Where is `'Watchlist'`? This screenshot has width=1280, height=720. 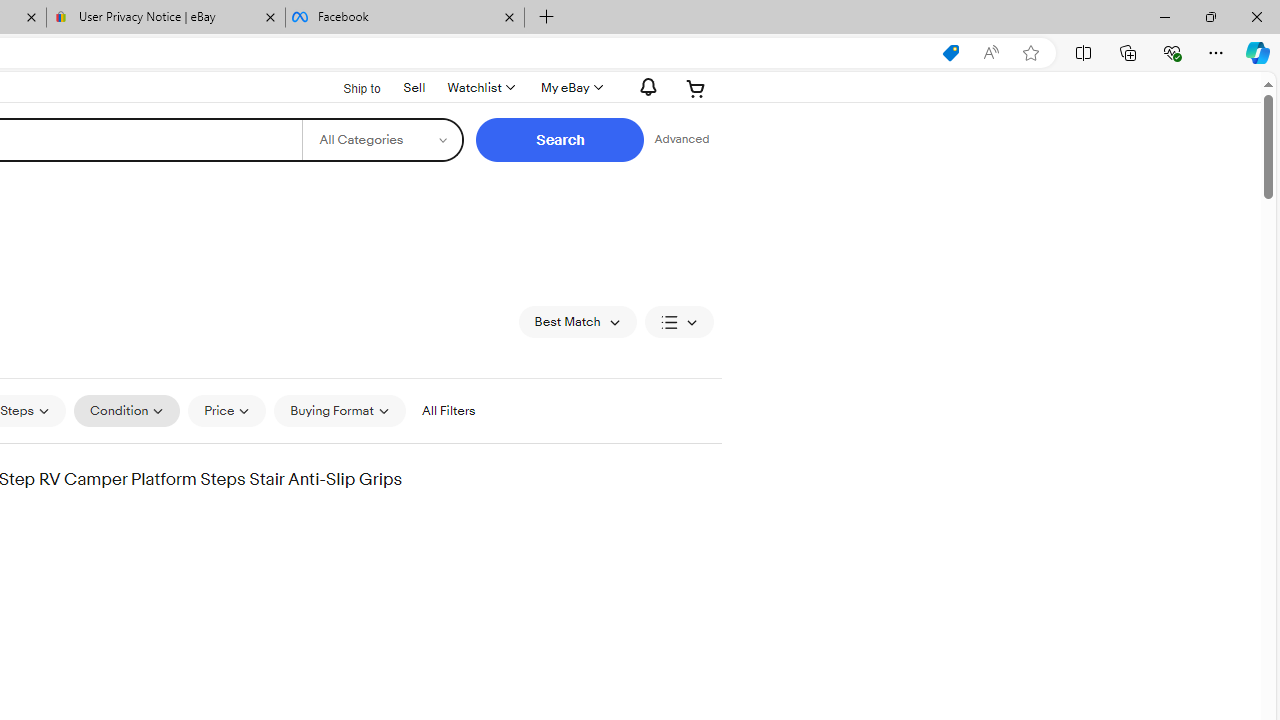 'Watchlist' is located at coordinates (480, 87).